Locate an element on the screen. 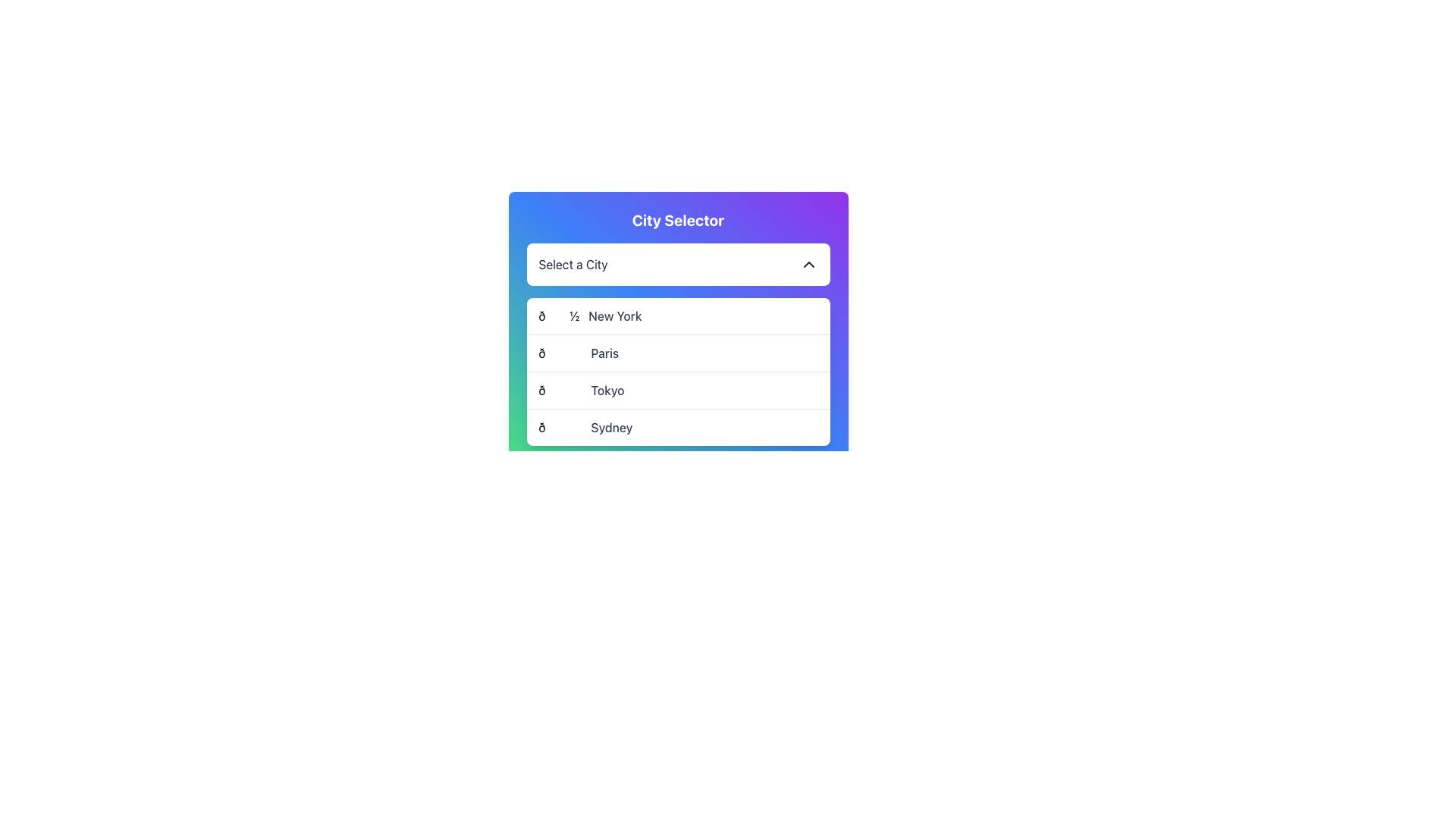 Image resolution: width=1456 pixels, height=819 pixels. the city list item for 'Sydney' which is the fourth option in the dropdown list under 'City Selector' is located at coordinates (677, 427).